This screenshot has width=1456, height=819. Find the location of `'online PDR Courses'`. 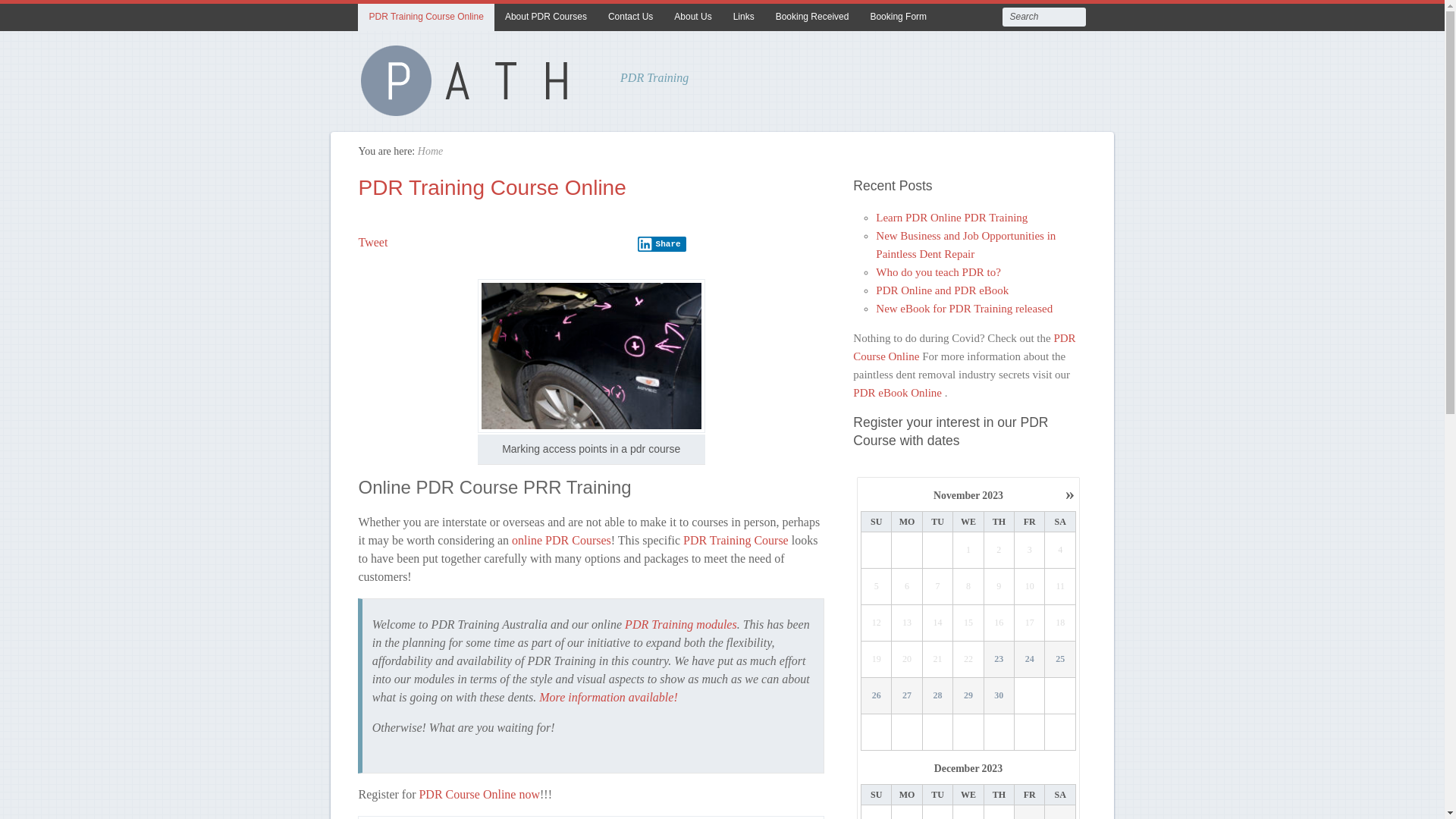

'online PDR Courses' is located at coordinates (560, 539).